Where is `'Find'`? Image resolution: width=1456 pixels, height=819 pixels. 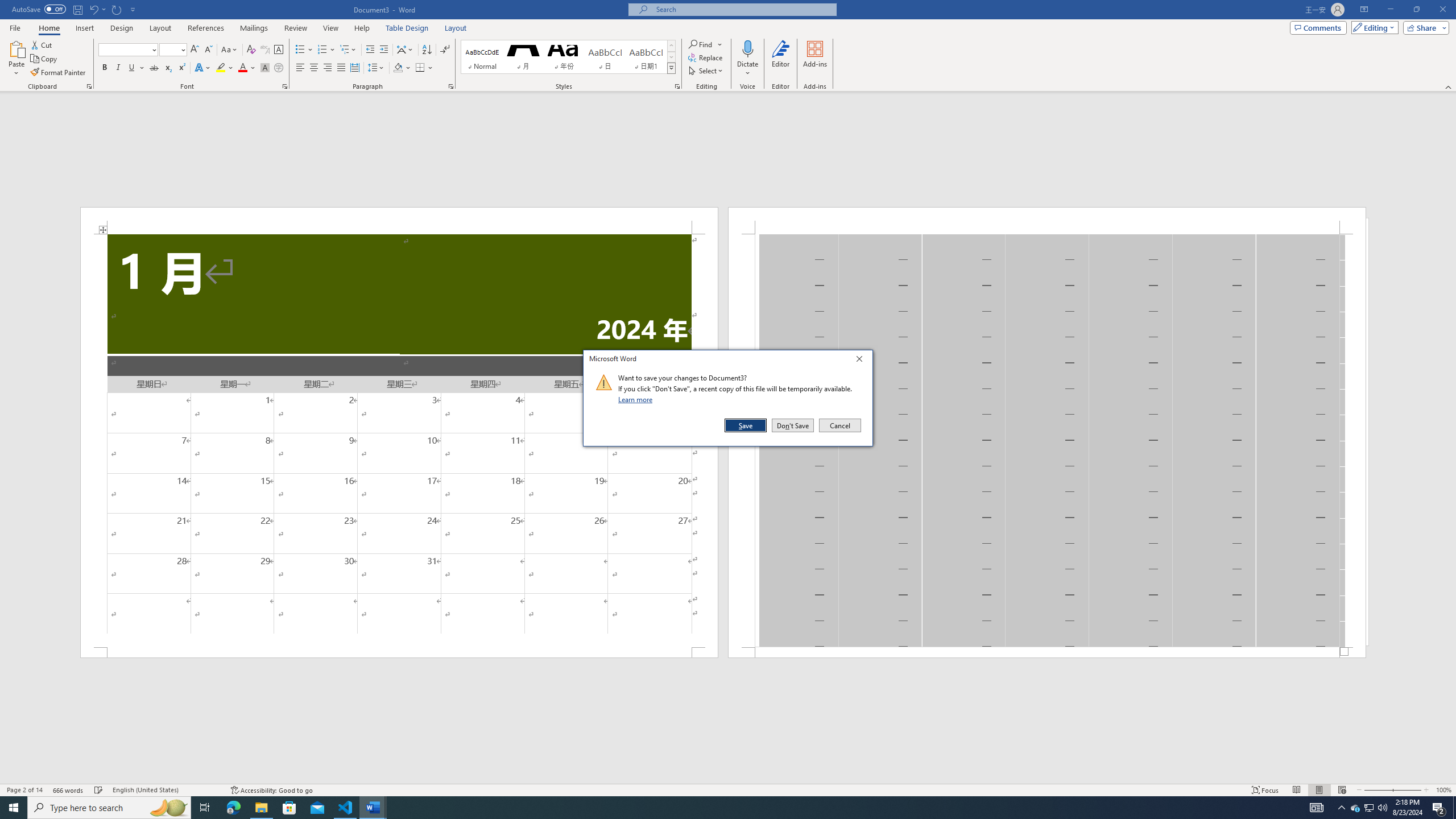 'Find' is located at coordinates (705, 44).